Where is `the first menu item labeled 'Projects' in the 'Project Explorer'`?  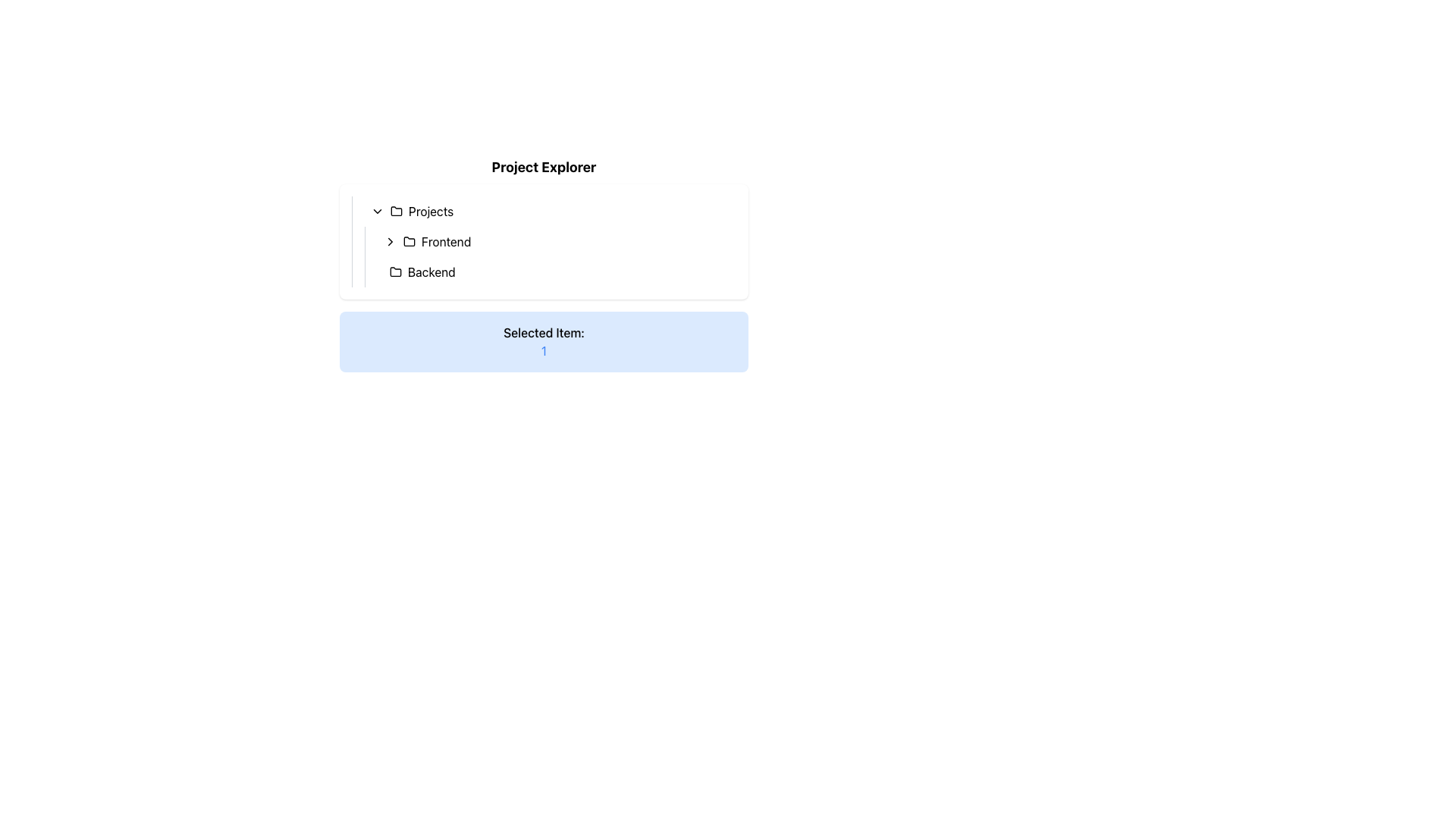
the first menu item labeled 'Projects' in the 'Project Explorer' is located at coordinates (549, 211).